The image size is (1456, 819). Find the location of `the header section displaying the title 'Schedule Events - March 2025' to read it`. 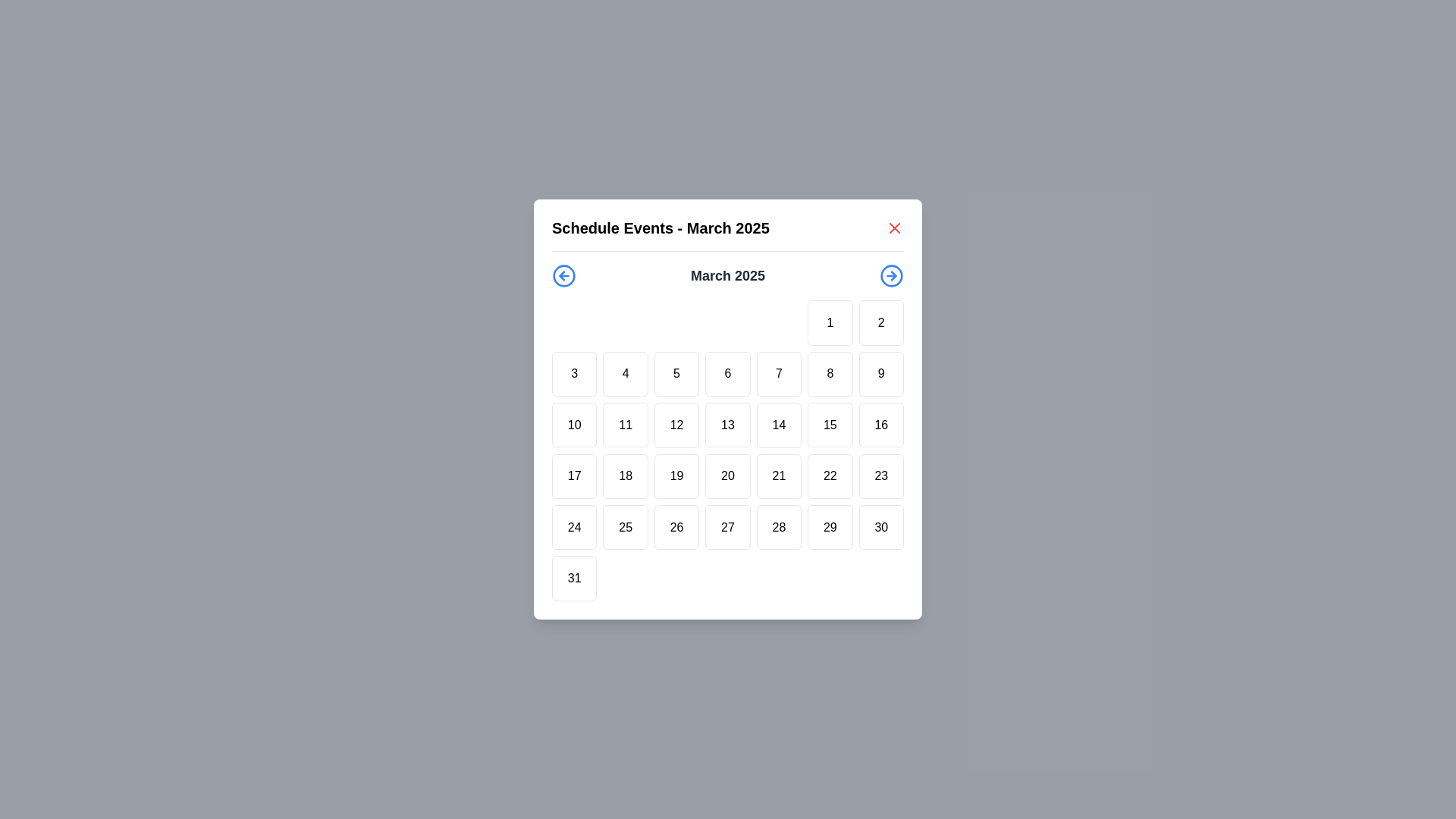

the header section displaying the title 'Schedule Events - March 2025' to read it is located at coordinates (728, 234).